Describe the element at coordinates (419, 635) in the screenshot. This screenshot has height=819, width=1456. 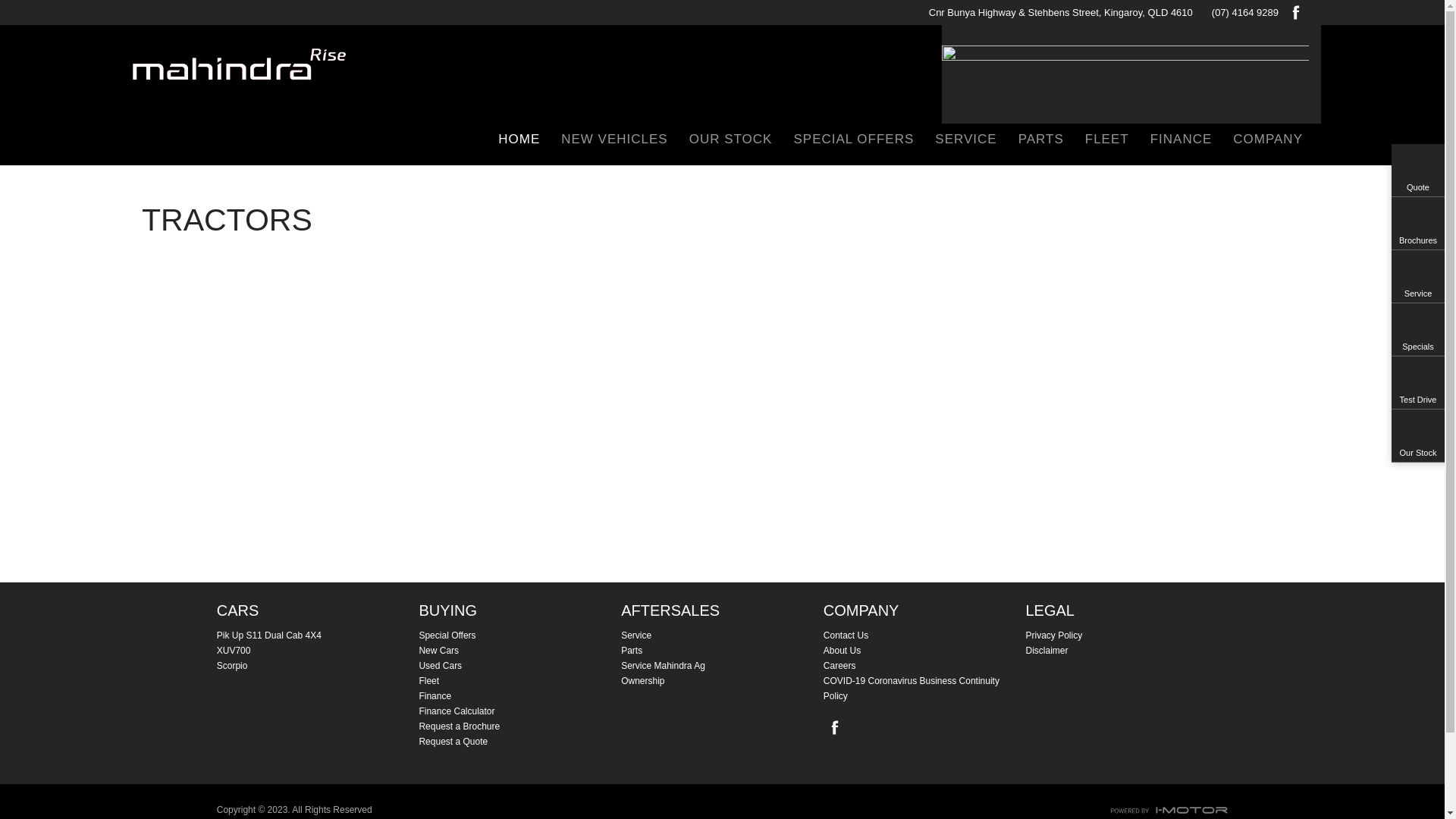
I see `'Special Offers'` at that location.